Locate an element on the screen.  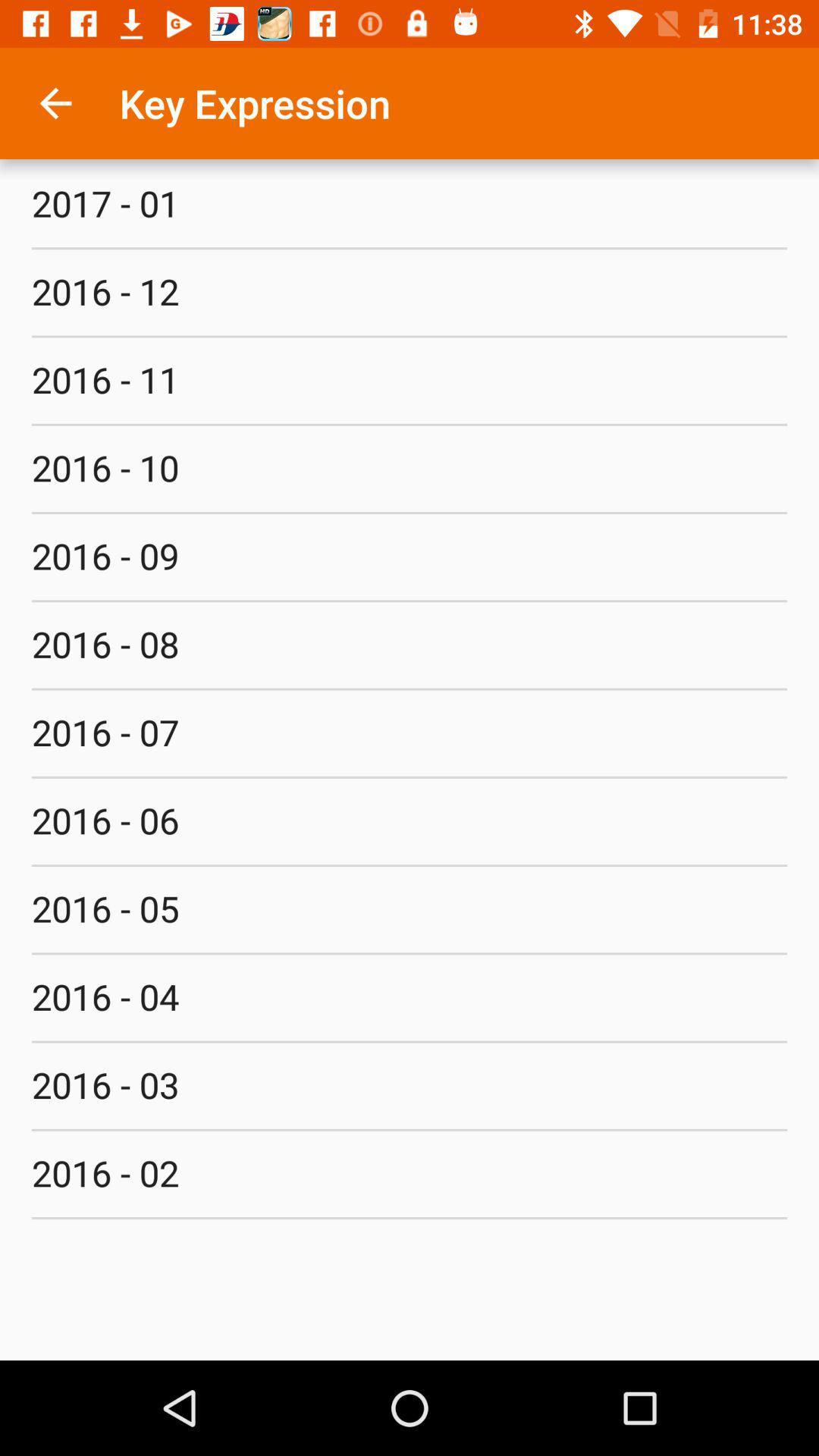
the item to the left of the key expression item is located at coordinates (55, 102).